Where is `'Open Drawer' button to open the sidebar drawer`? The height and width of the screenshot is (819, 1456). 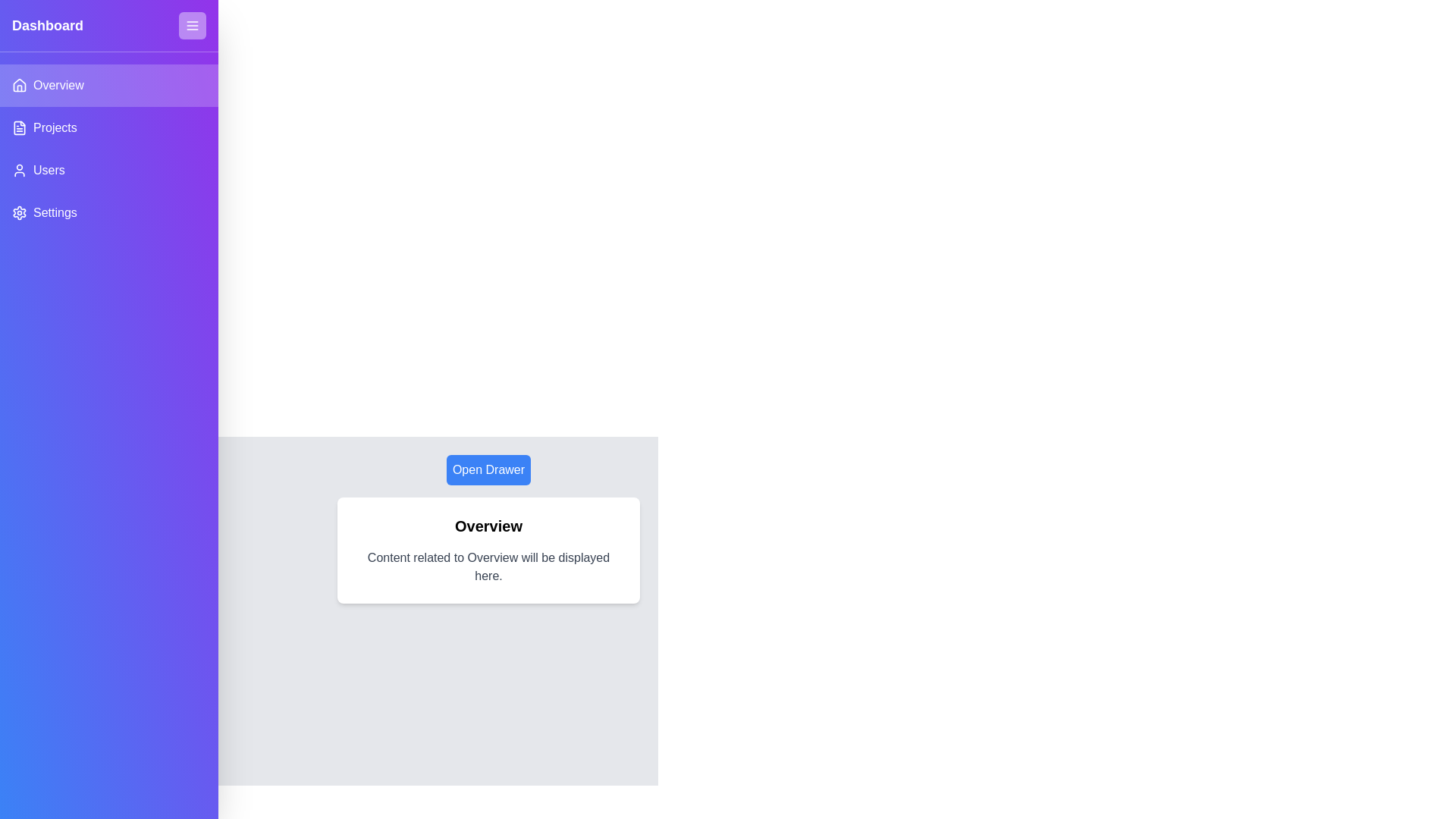
'Open Drawer' button to open the sidebar drawer is located at coordinates (488, 469).